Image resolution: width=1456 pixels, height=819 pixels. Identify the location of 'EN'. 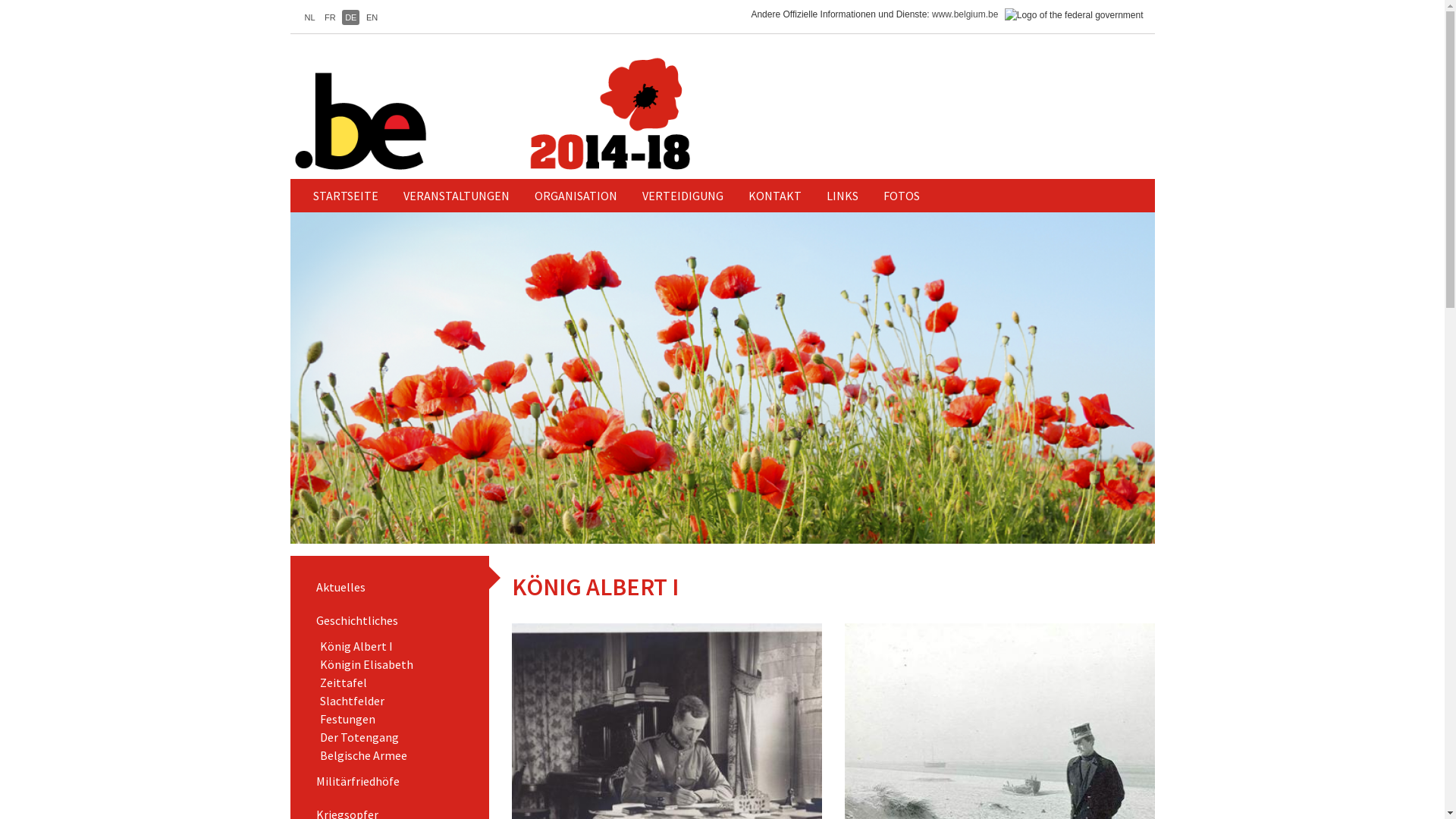
(362, 17).